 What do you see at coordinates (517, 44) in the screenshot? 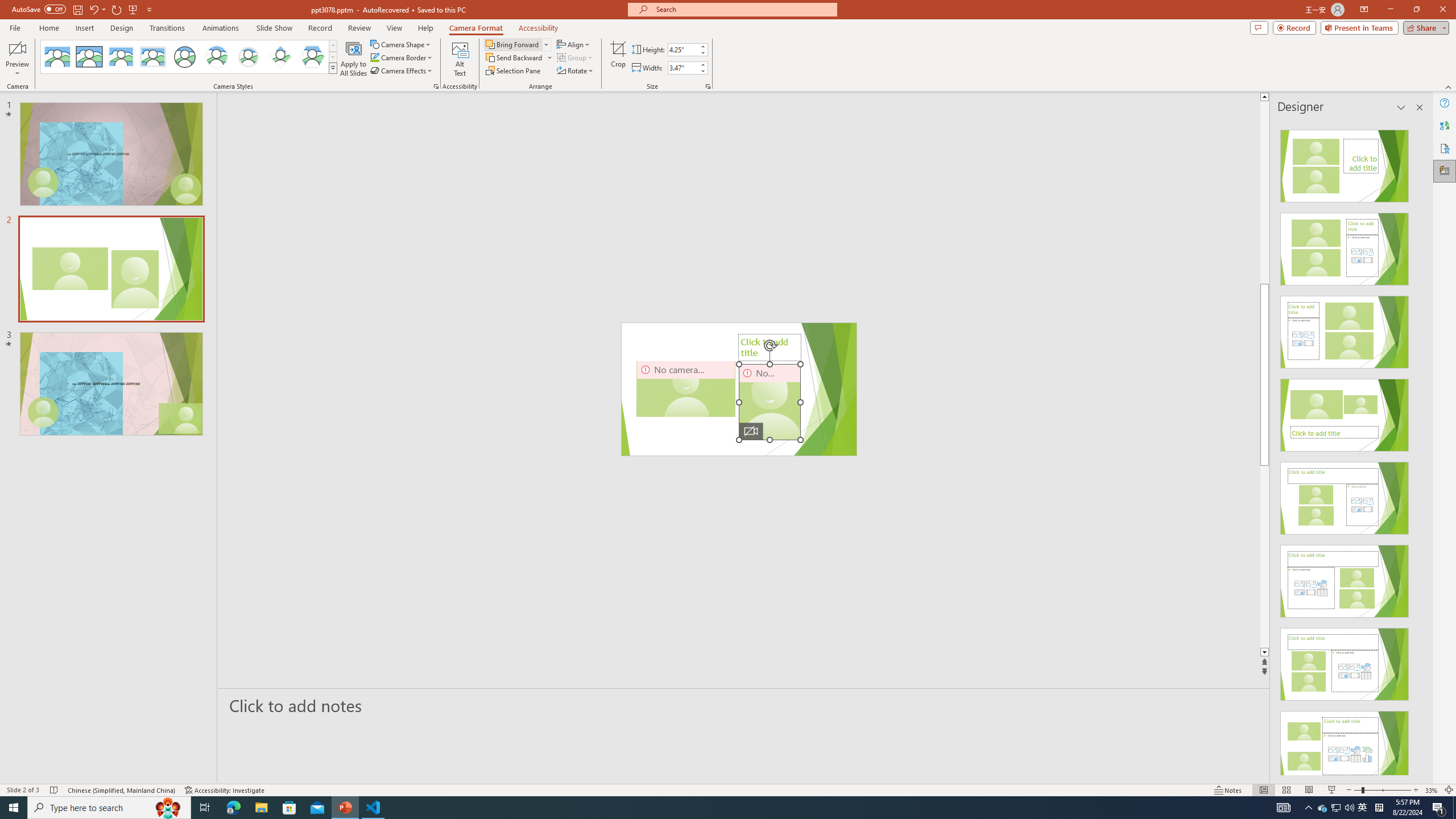
I see `'Bring Forward'` at bounding box center [517, 44].